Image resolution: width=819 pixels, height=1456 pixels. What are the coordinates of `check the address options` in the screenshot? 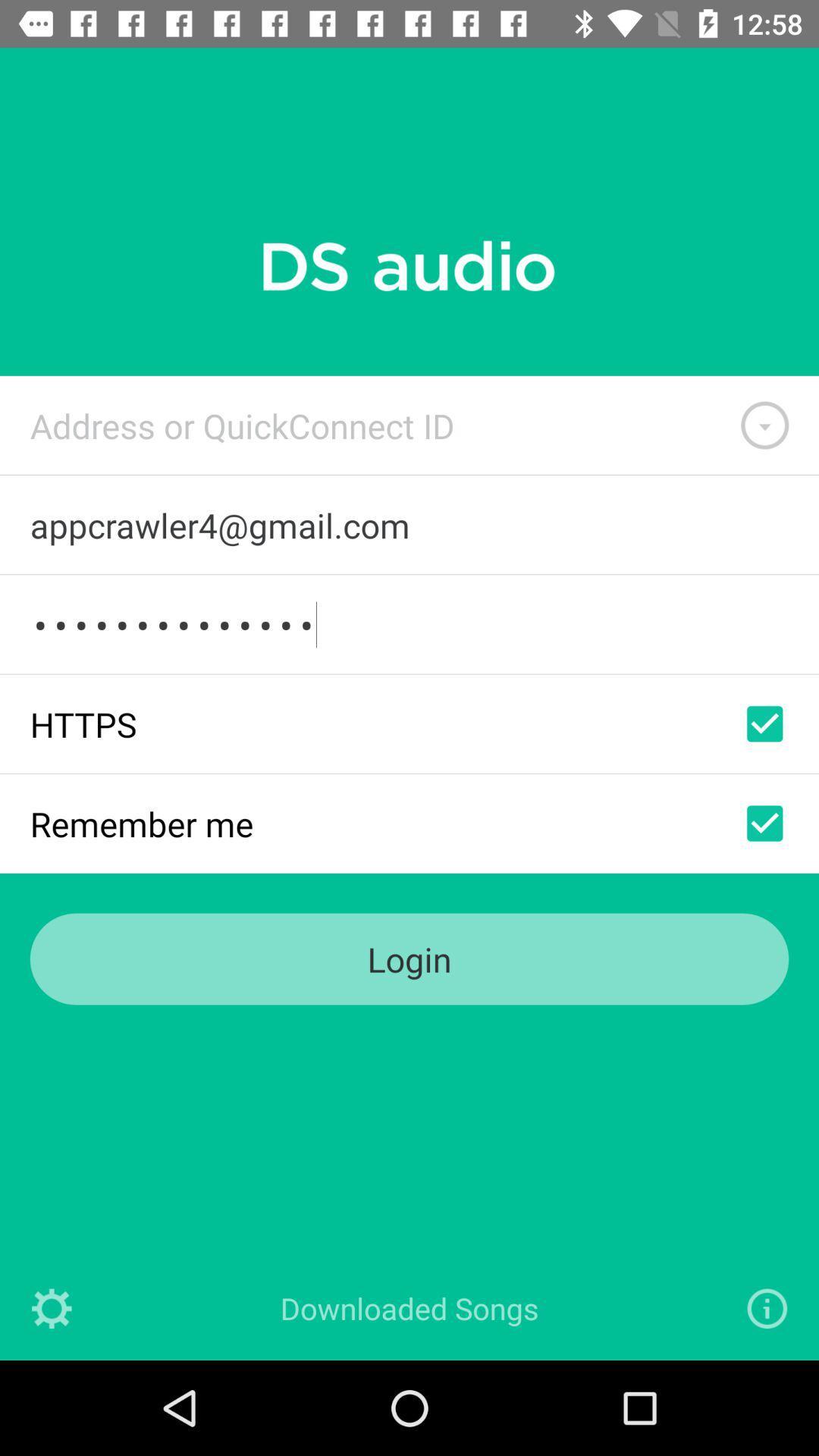 It's located at (764, 425).